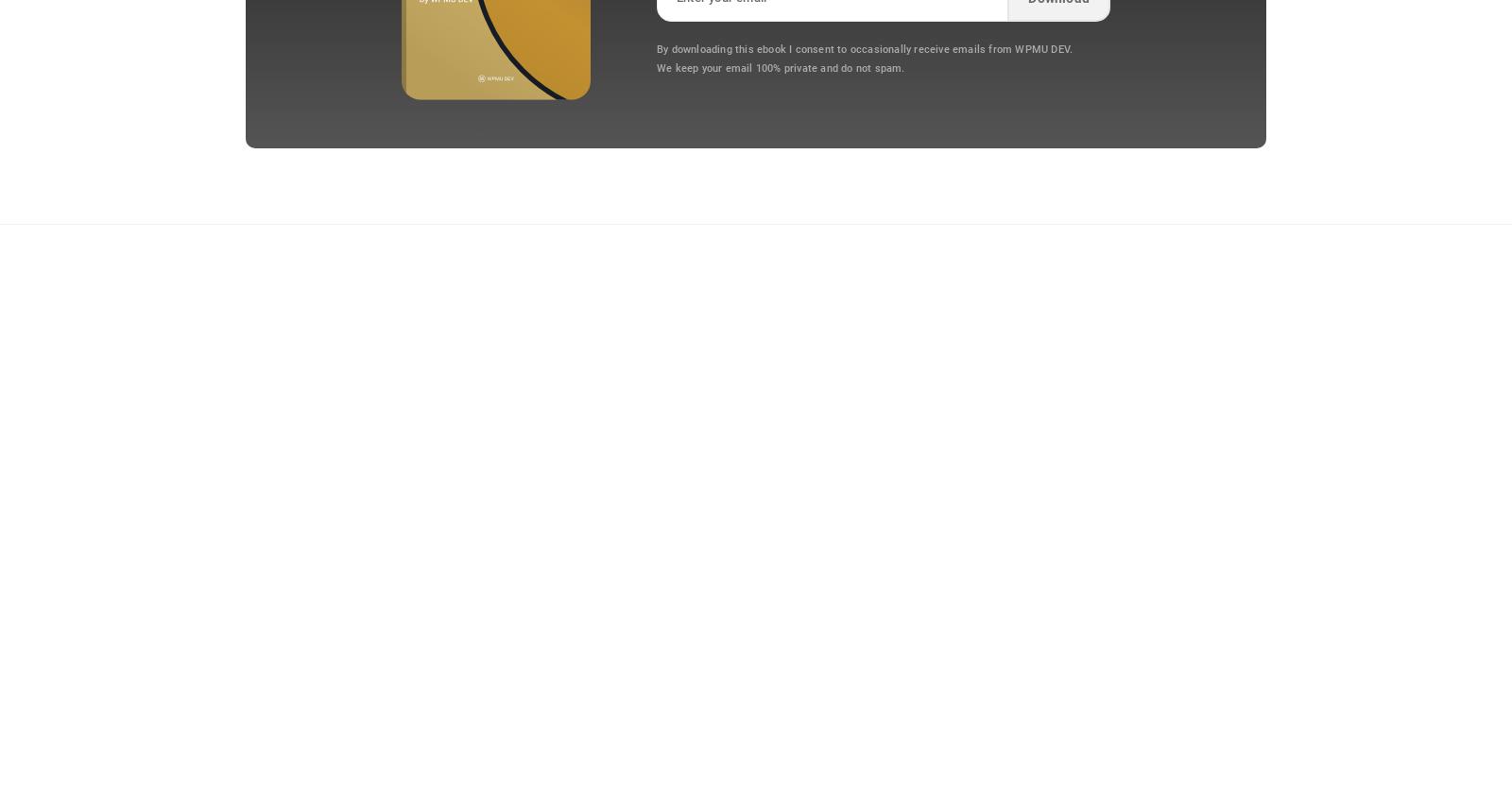  What do you see at coordinates (388, 533) in the screenshot?
I see `'Compare Hosting'` at bounding box center [388, 533].